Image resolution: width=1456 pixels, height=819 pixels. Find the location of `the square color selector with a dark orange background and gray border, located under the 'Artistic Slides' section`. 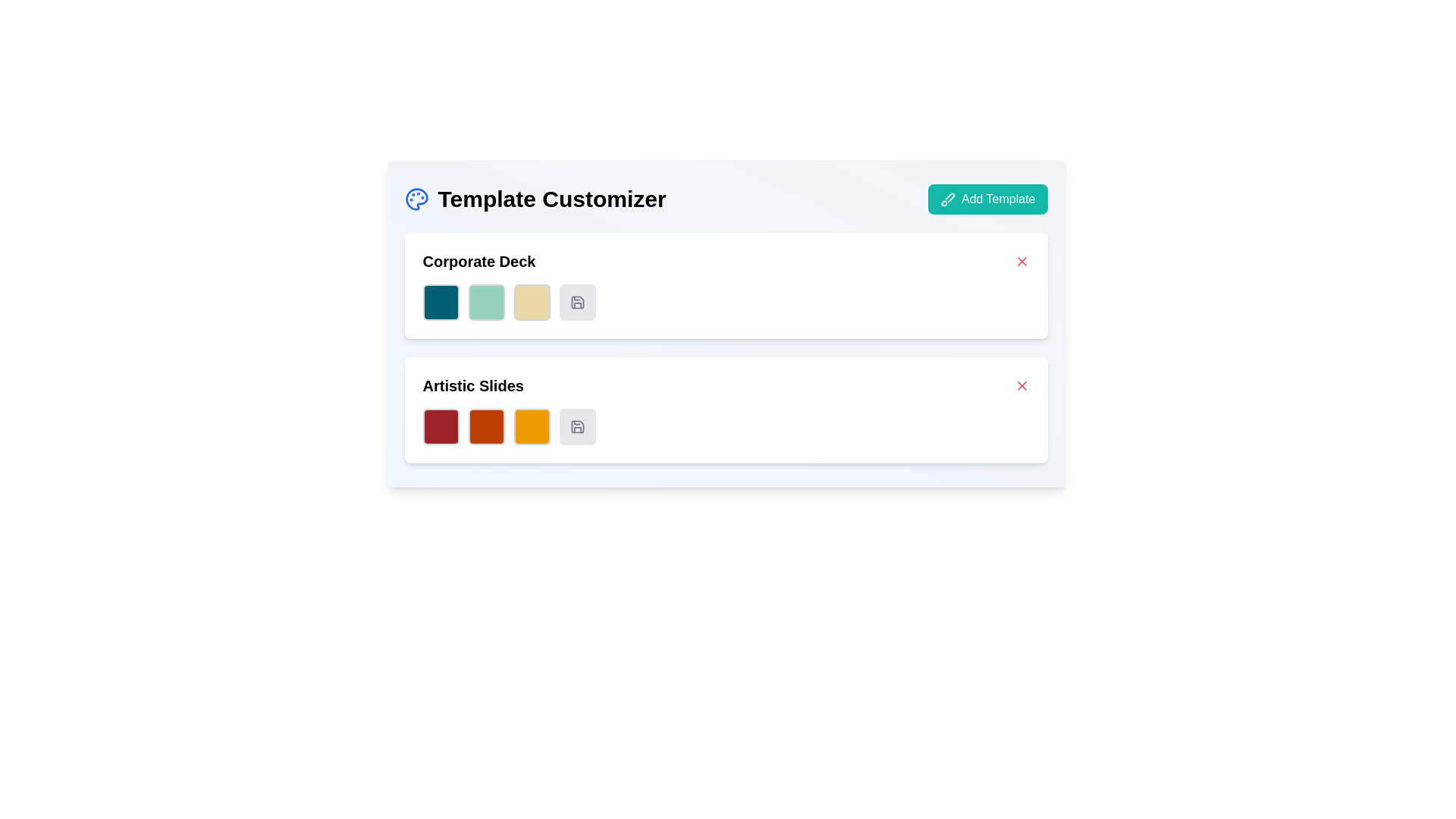

the square color selector with a dark orange background and gray border, located under the 'Artistic Slides' section is located at coordinates (486, 427).